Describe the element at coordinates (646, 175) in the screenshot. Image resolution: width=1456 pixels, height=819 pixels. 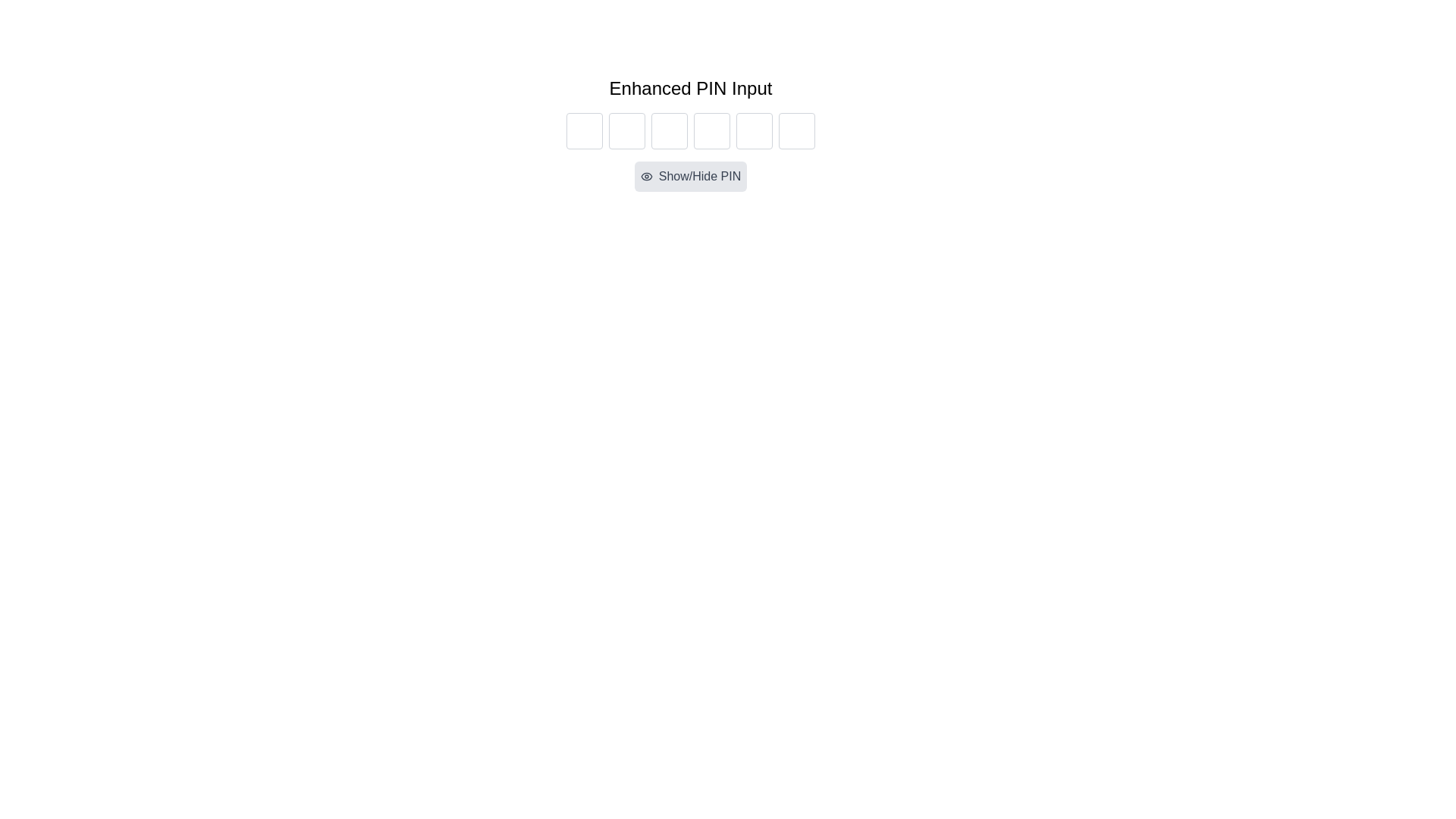
I see `the state change of the eye-shaped icon within the 'Show/Hide PIN' button by interacting with it` at that location.